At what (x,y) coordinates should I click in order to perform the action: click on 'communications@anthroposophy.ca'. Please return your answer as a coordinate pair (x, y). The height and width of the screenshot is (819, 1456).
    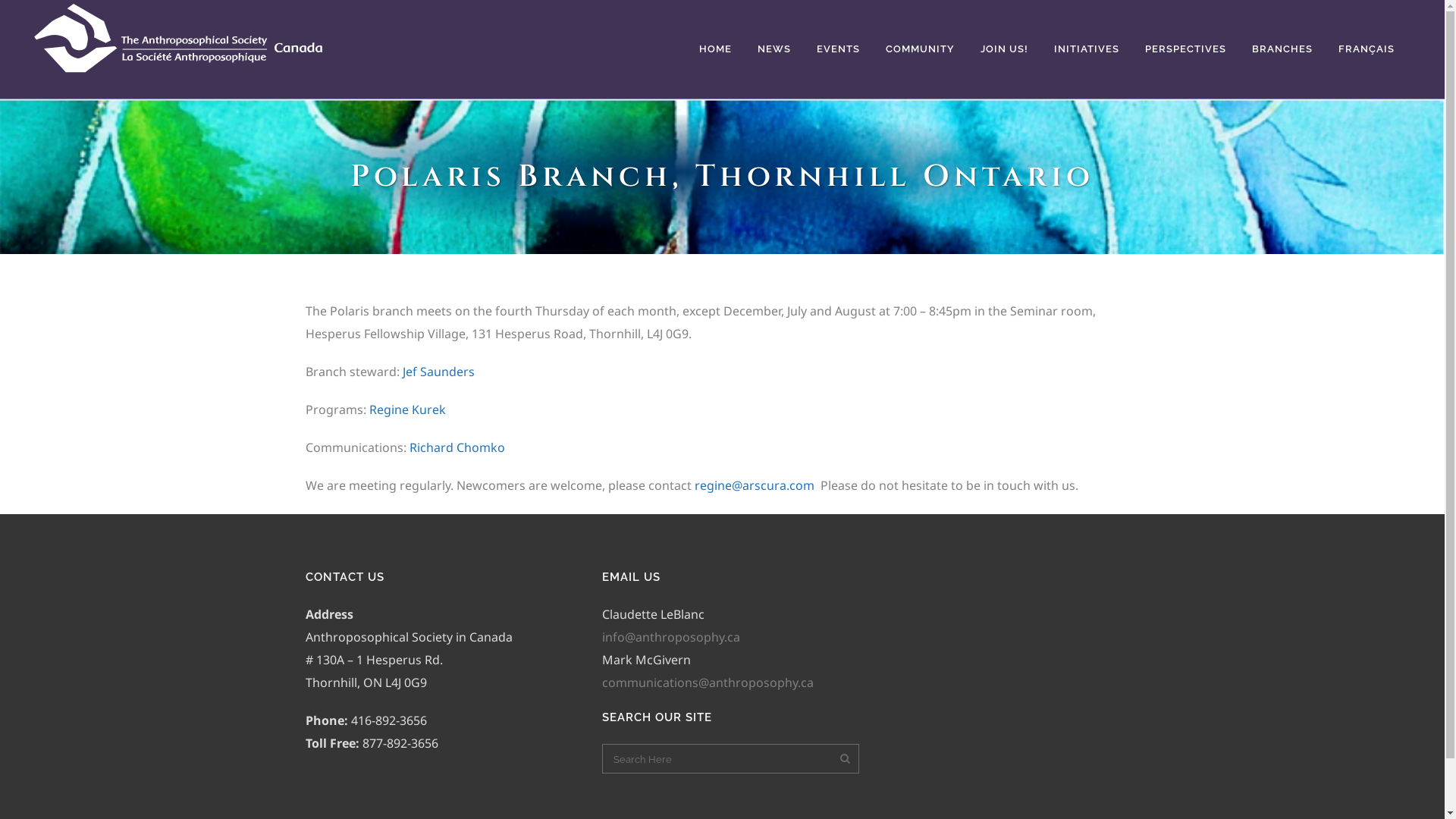
    Looking at the image, I should click on (707, 681).